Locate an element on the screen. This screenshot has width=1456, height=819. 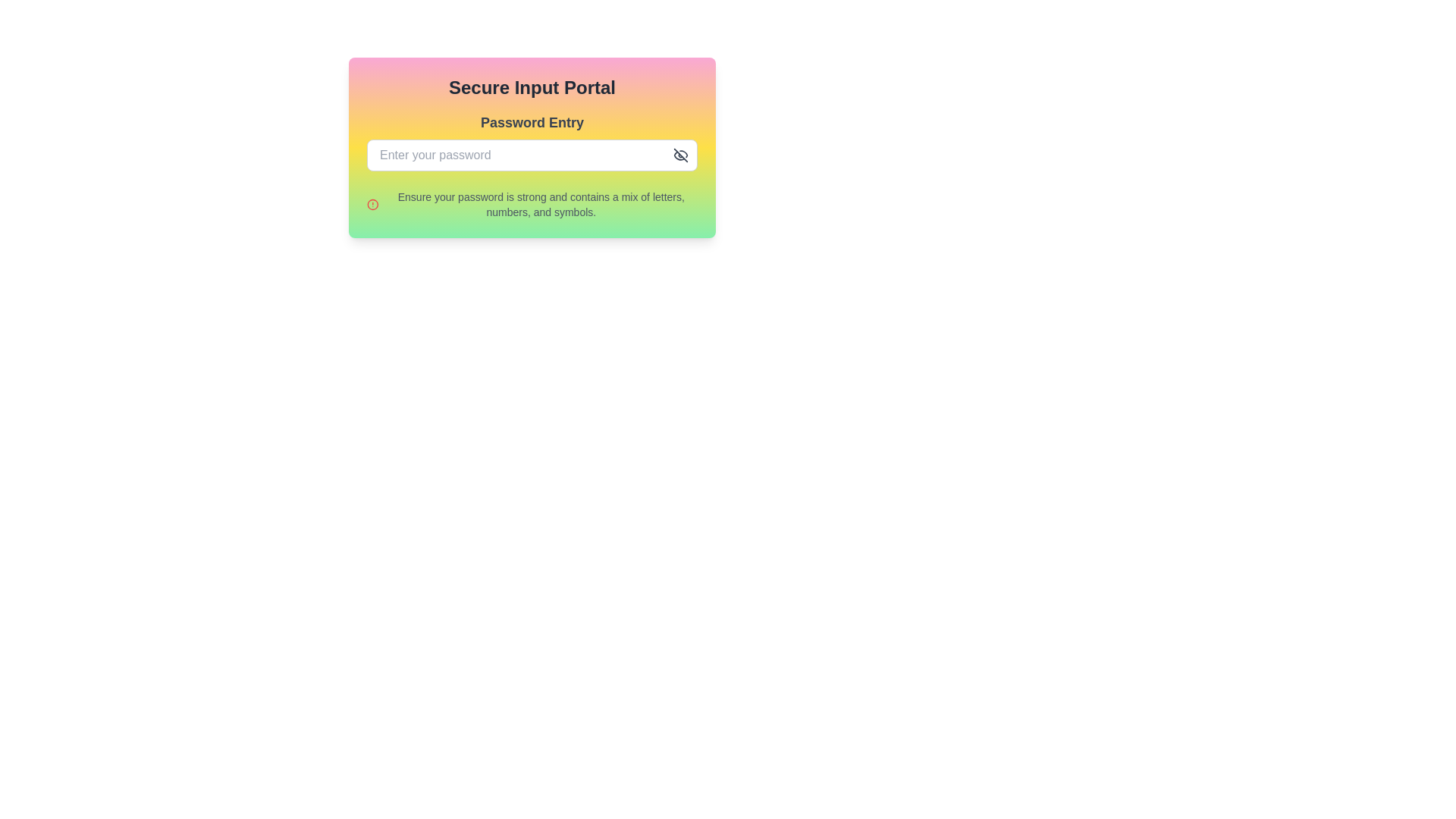
the visibility toggle icon button located to the right of the password input field to change its shade is located at coordinates (679, 155).